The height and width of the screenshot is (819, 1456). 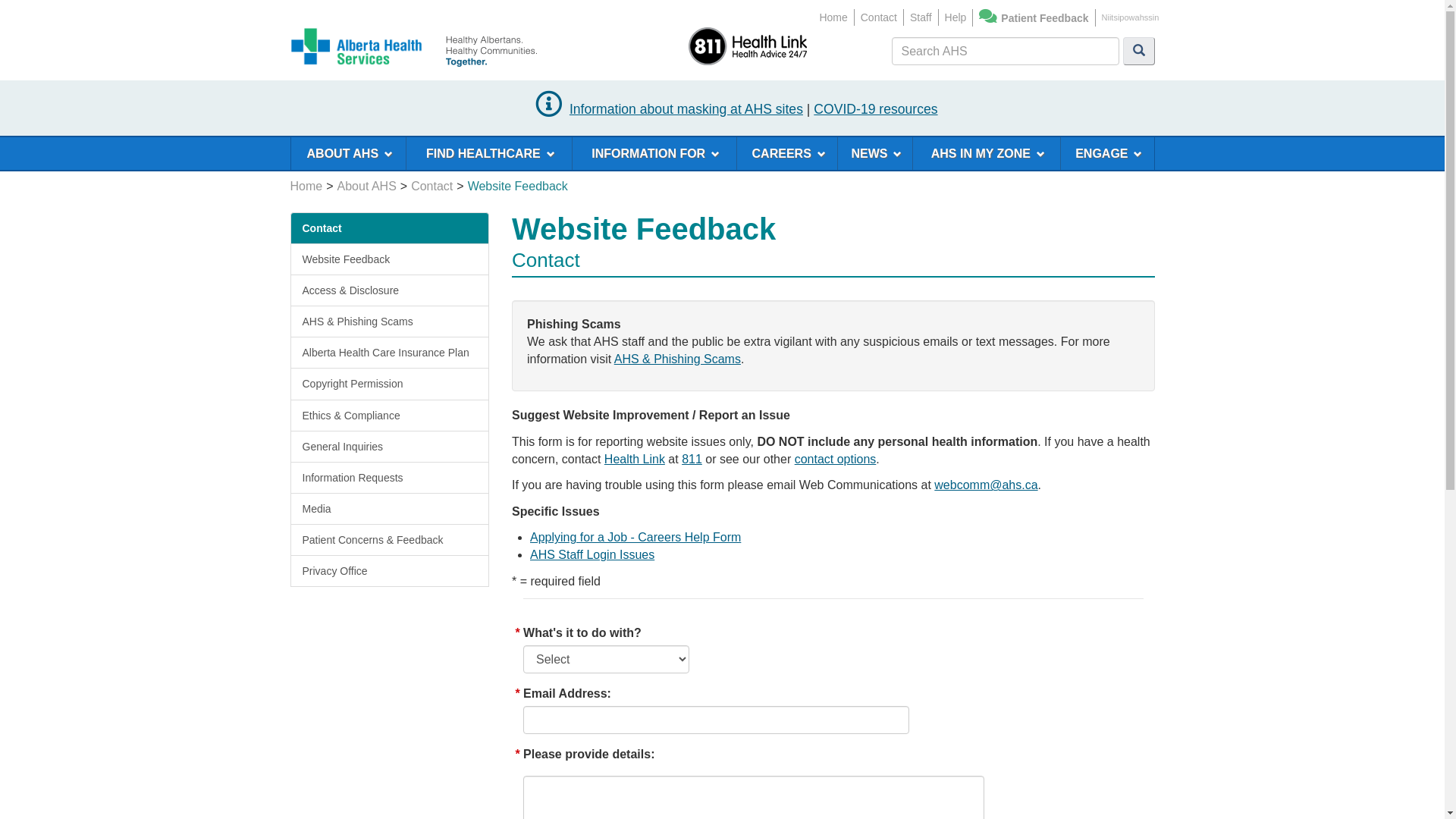 What do you see at coordinates (634, 458) in the screenshot?
I see `'Health Link'` at bounding box center [634, 458].